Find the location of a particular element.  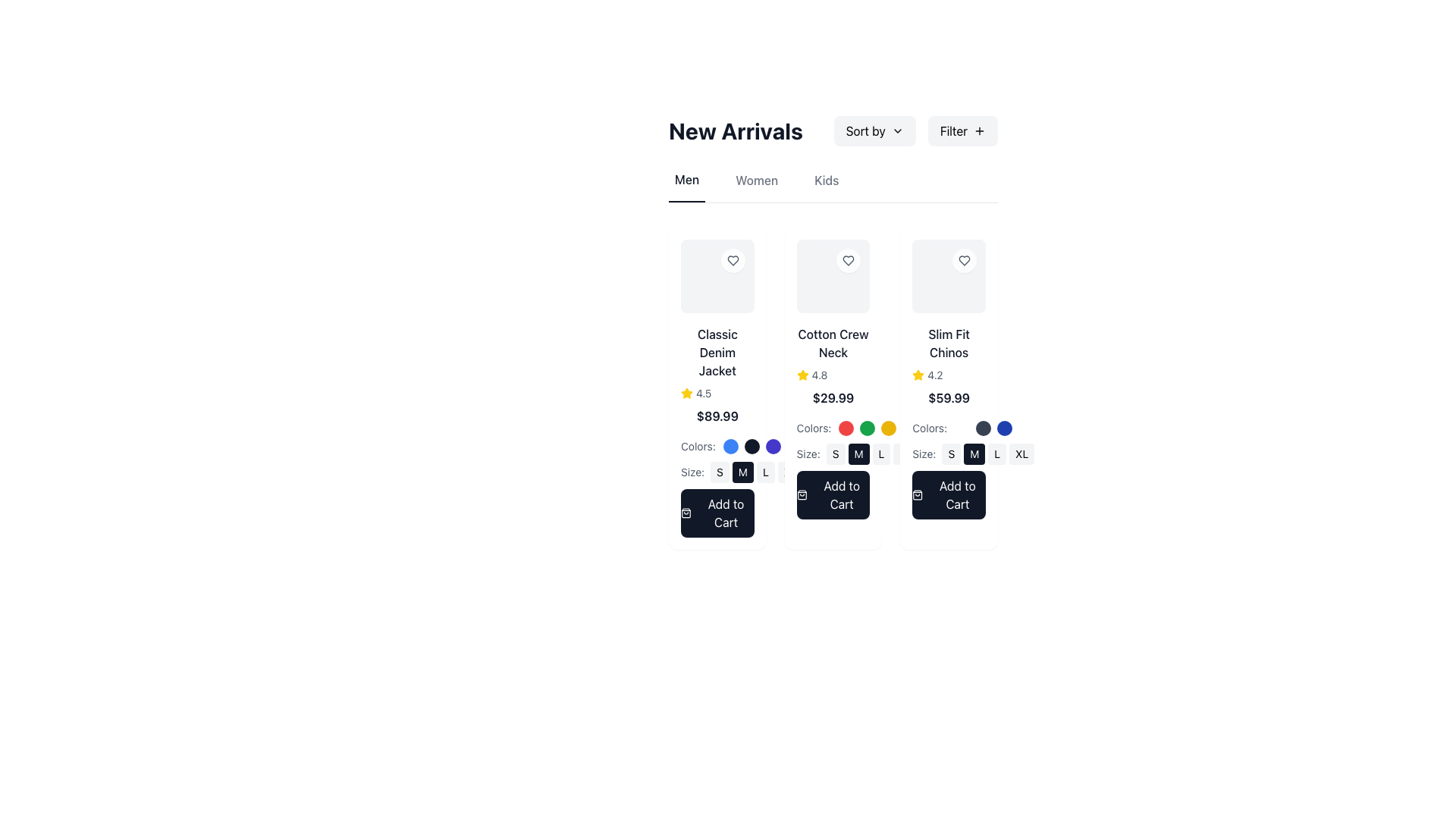

the filter button located to the right of the 'Sort by' button in the upper-right section of the interface is located at coordinates (962, 130).